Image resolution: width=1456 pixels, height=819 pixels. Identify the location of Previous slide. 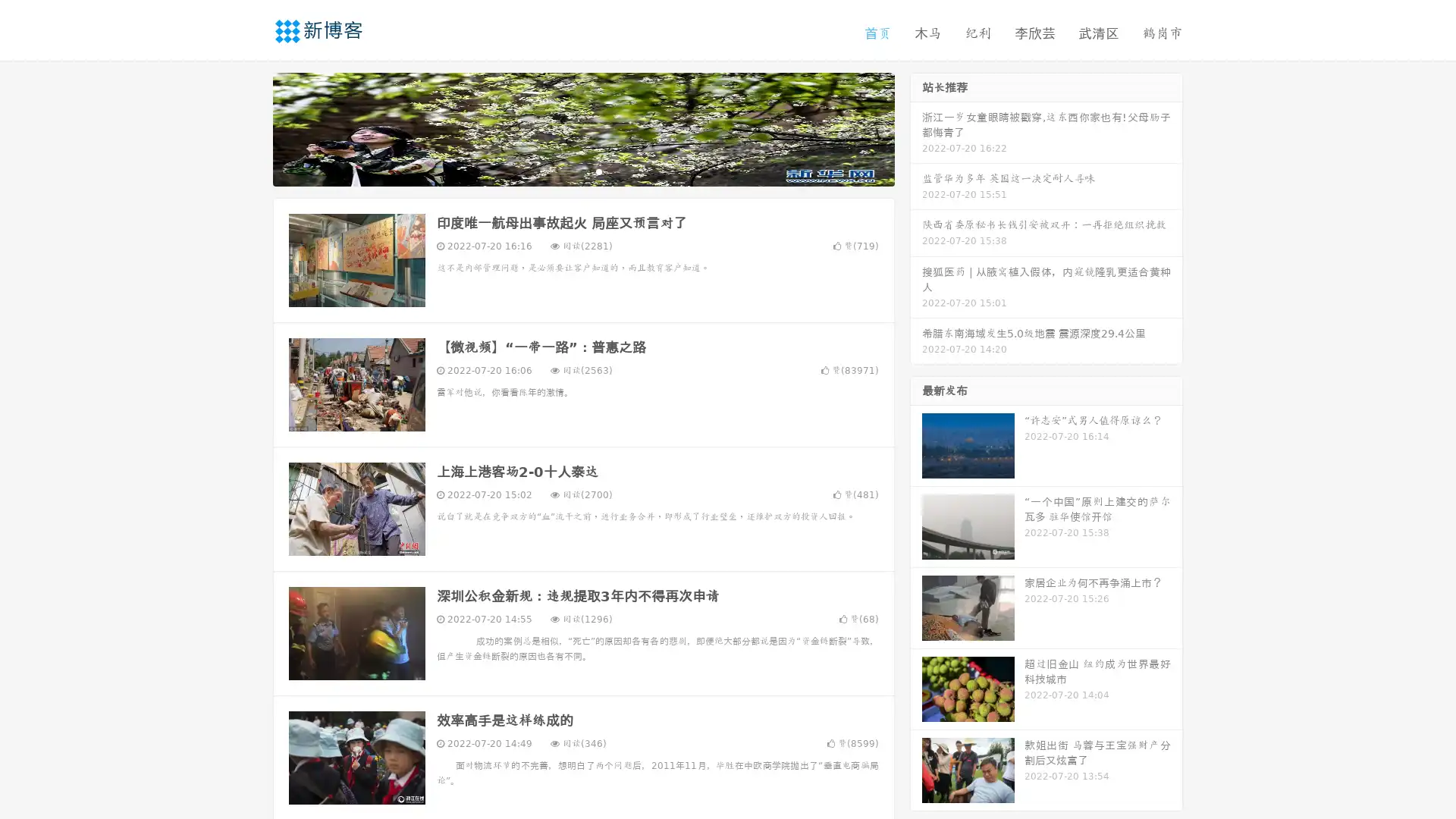
(250, 127).